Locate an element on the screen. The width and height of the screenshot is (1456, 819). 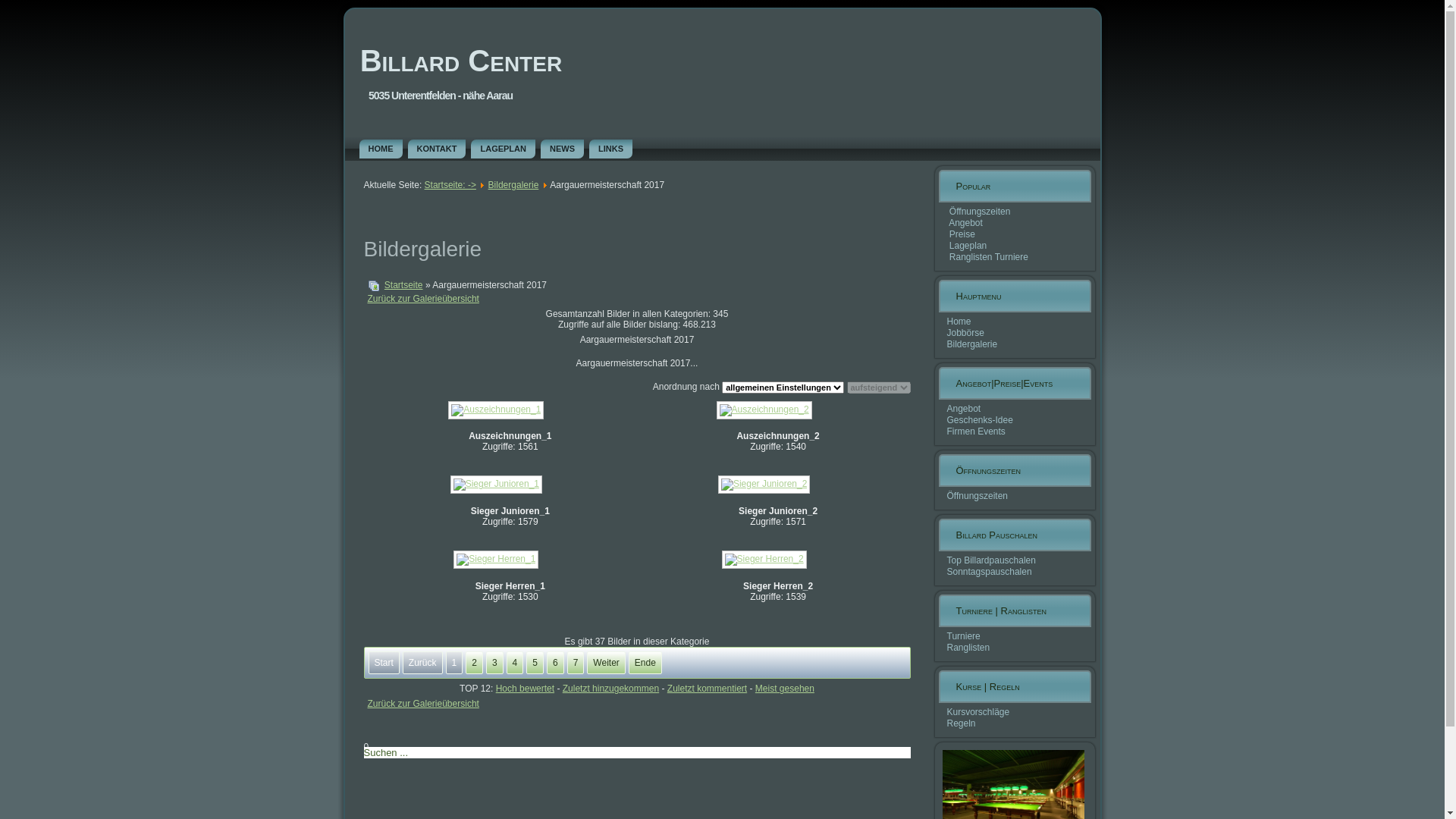
'Weiter' is located at coordinates (604, 662).